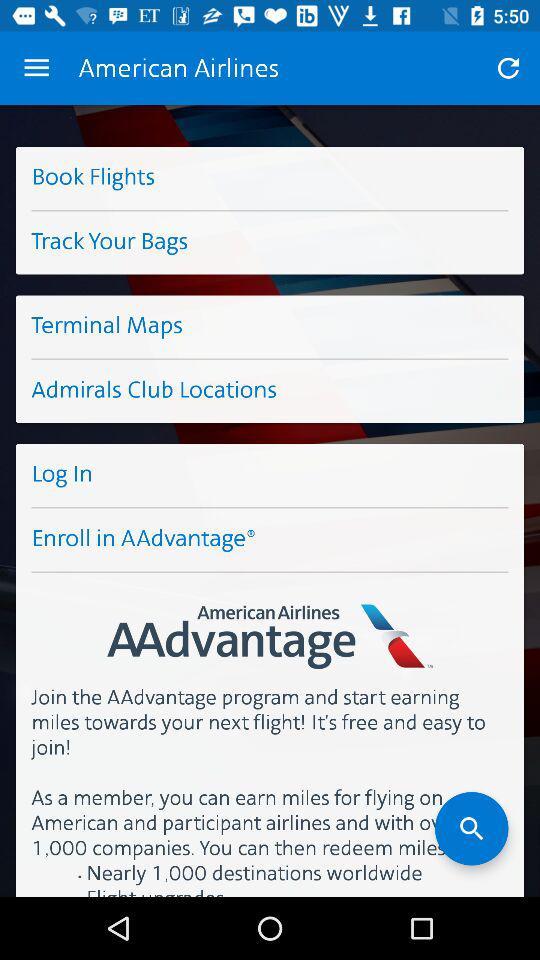  What do you see at coordinates (270, 539) in the screenshot?
I see `the button below log in` at bounding box center [270, 539].